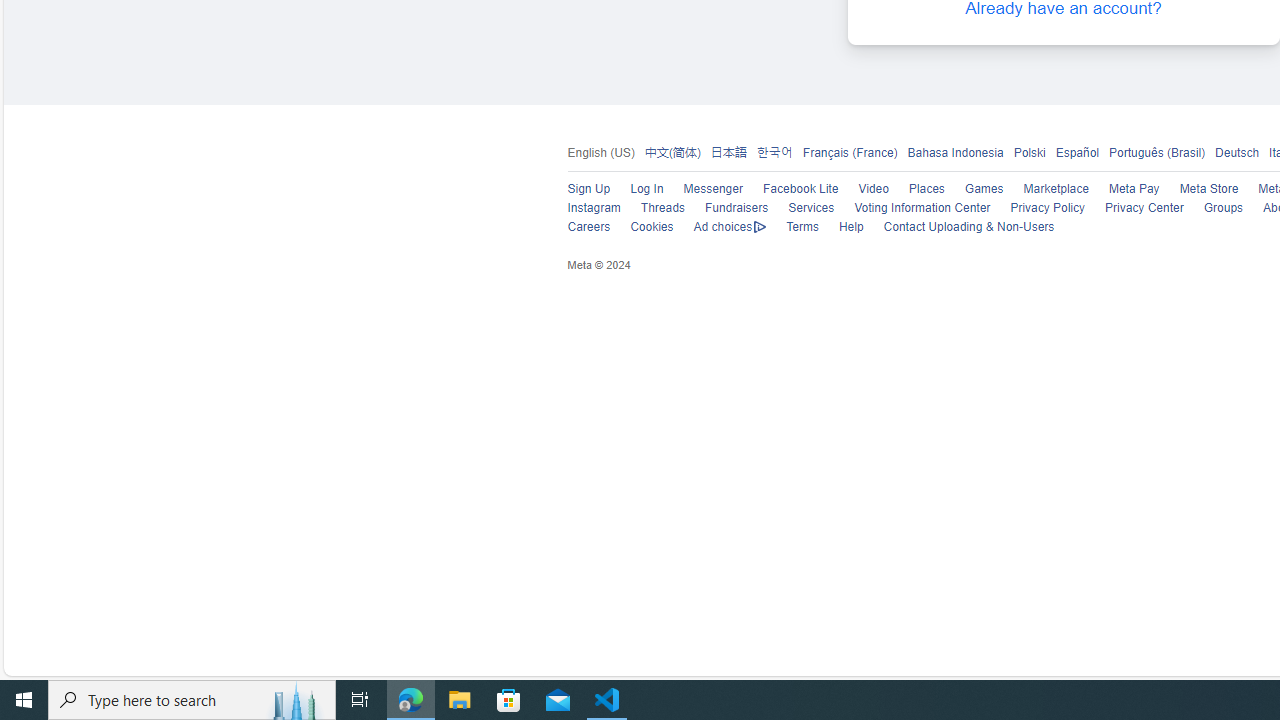  I want to click on 'Privacy Policy', so click(1037, 208).